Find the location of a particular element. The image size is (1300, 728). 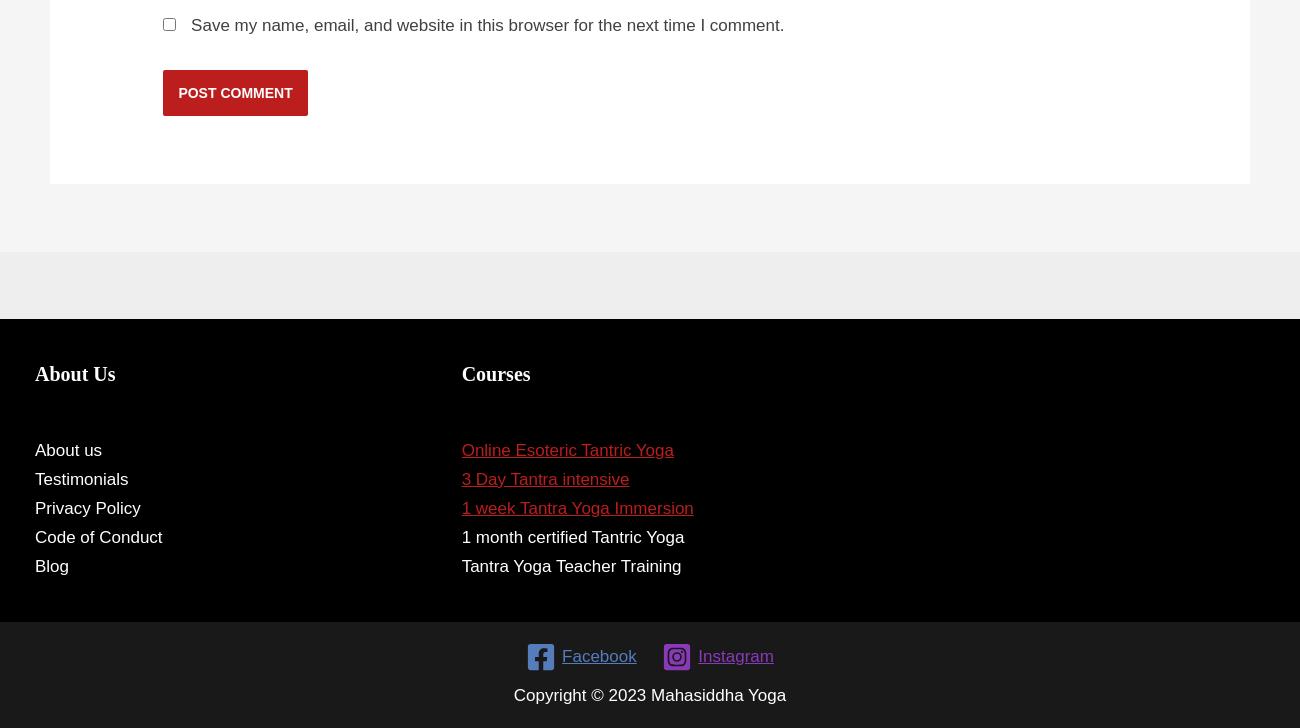

'3 Day Tantra intensive' is located at coordinates (459, 478).